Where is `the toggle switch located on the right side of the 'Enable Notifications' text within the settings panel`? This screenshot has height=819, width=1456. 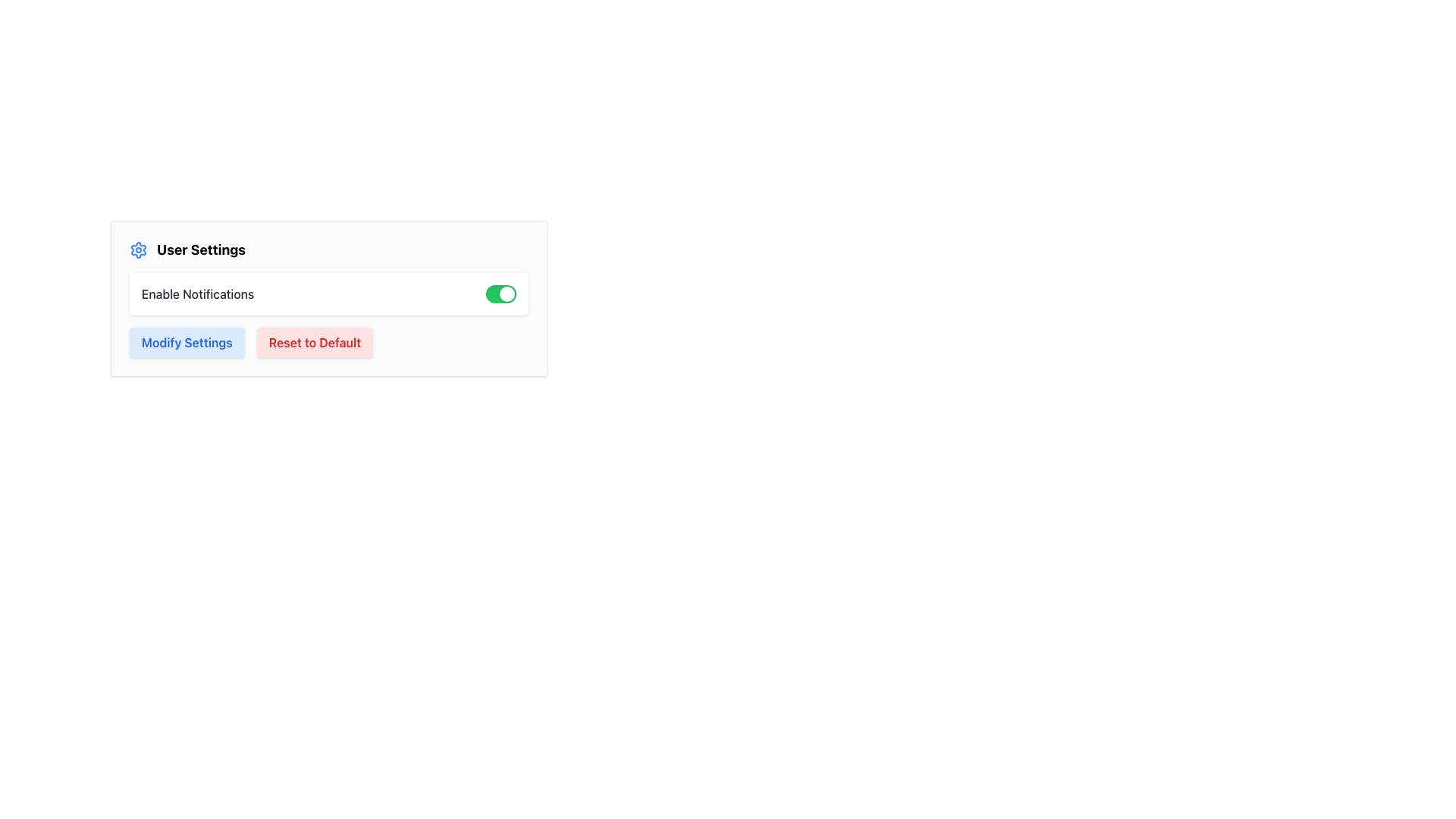
the toggle switch located on the right side of the 'Enable Notifications' text within the settings panel is located at coordinates (501, 294).